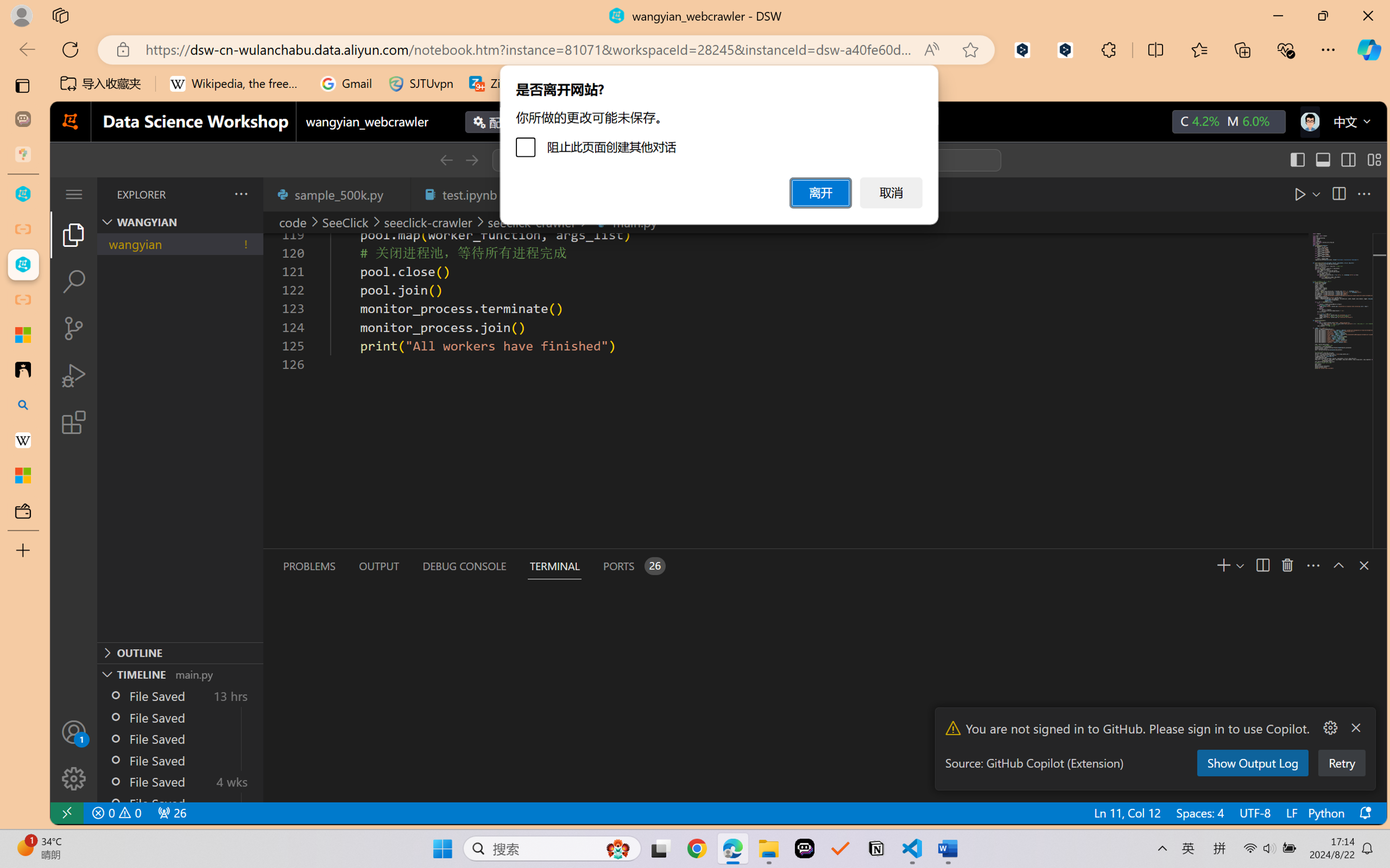  Describe the element at coordinates (1364, 565) in the screenshot. I see `'Close Panel'` at that location.